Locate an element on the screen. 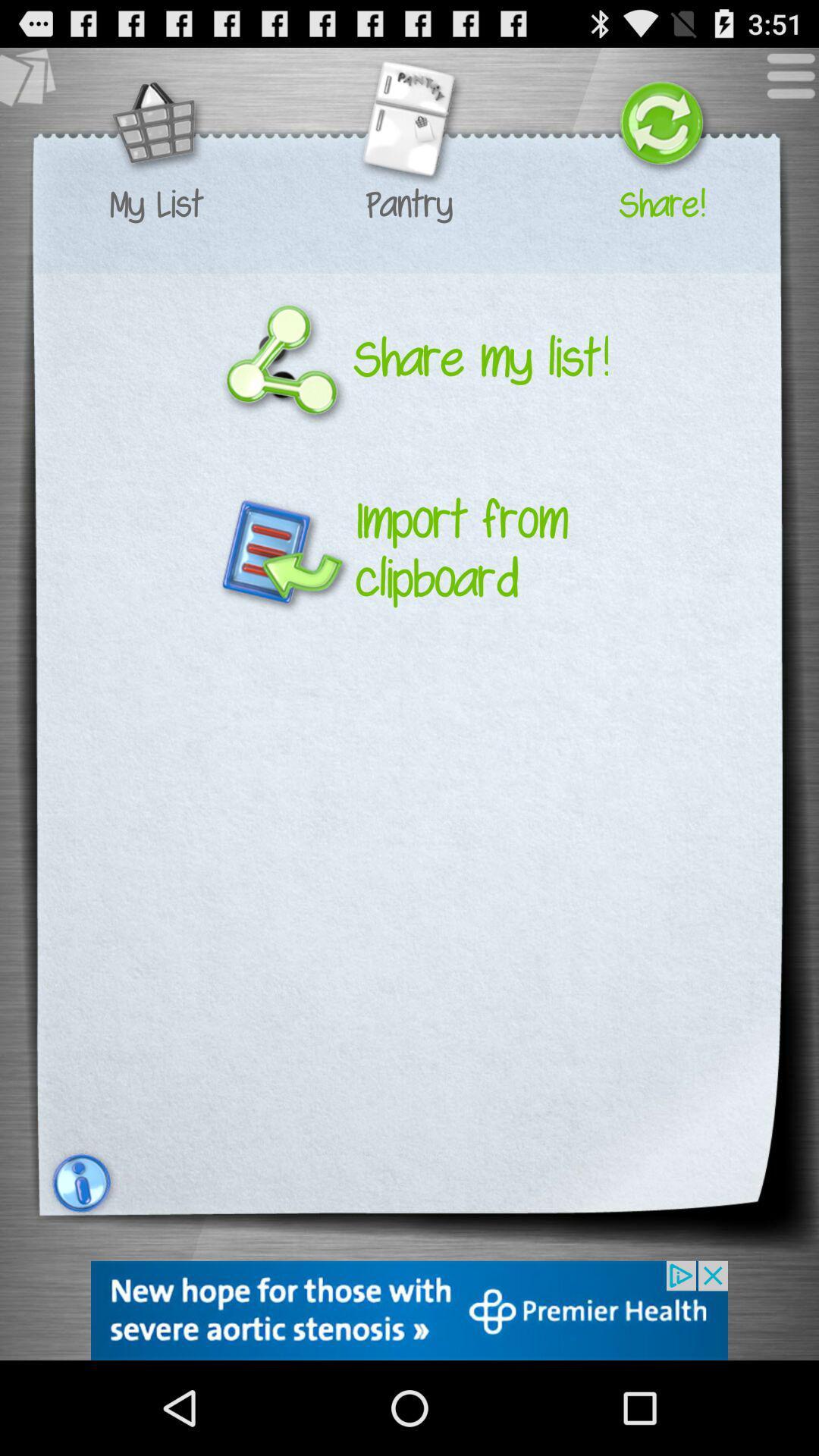 The image size is (819, 1456). link to advertisement is located at coordinates (409, 1310).